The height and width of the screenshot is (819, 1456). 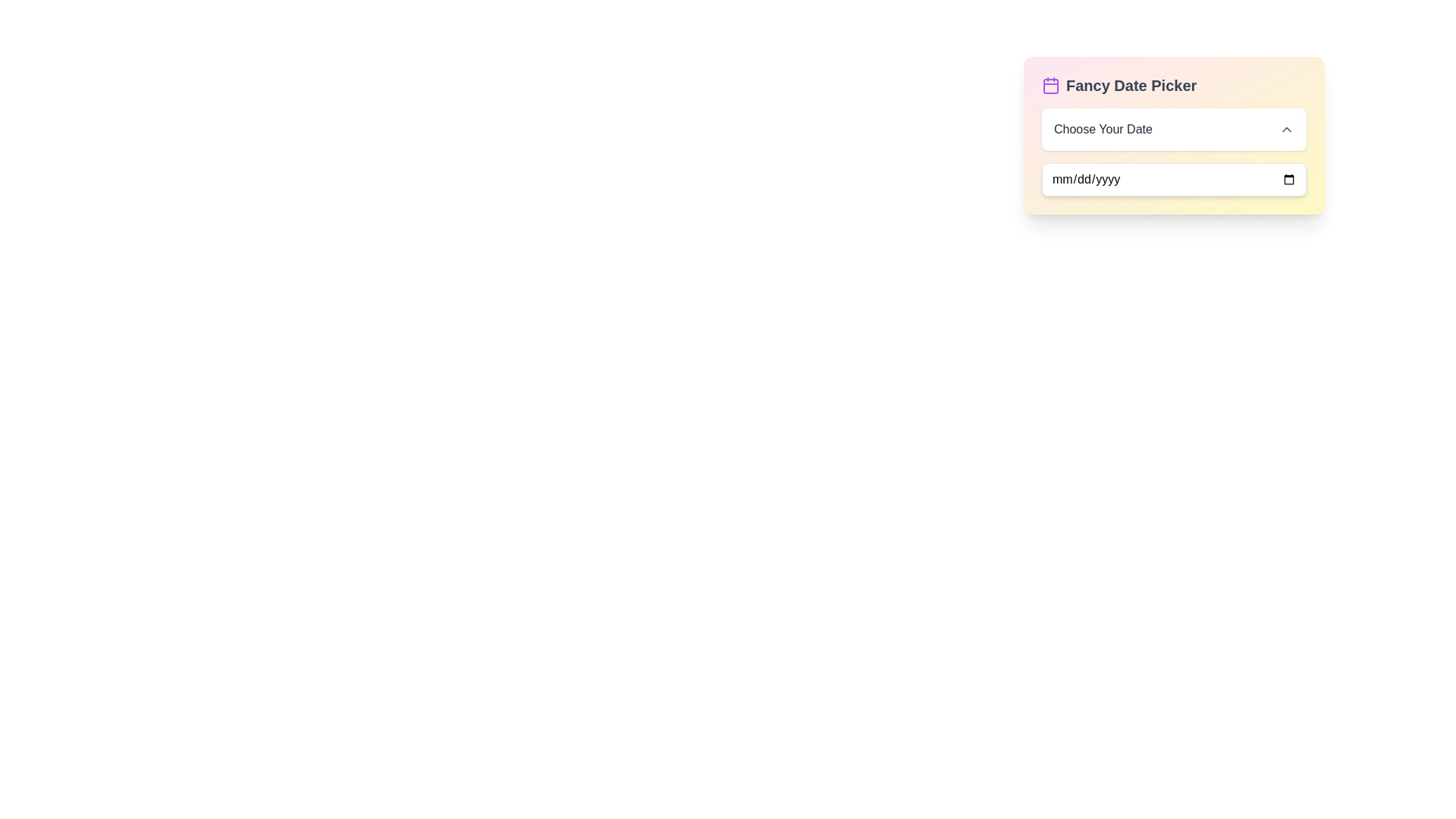 What do you see at coordinates (1050, 85) in the screenshot?
I see `the purple outlined calendar icon located adjacent to the 'Fancy Date Picker' text` at bounding box center [1050, 85].